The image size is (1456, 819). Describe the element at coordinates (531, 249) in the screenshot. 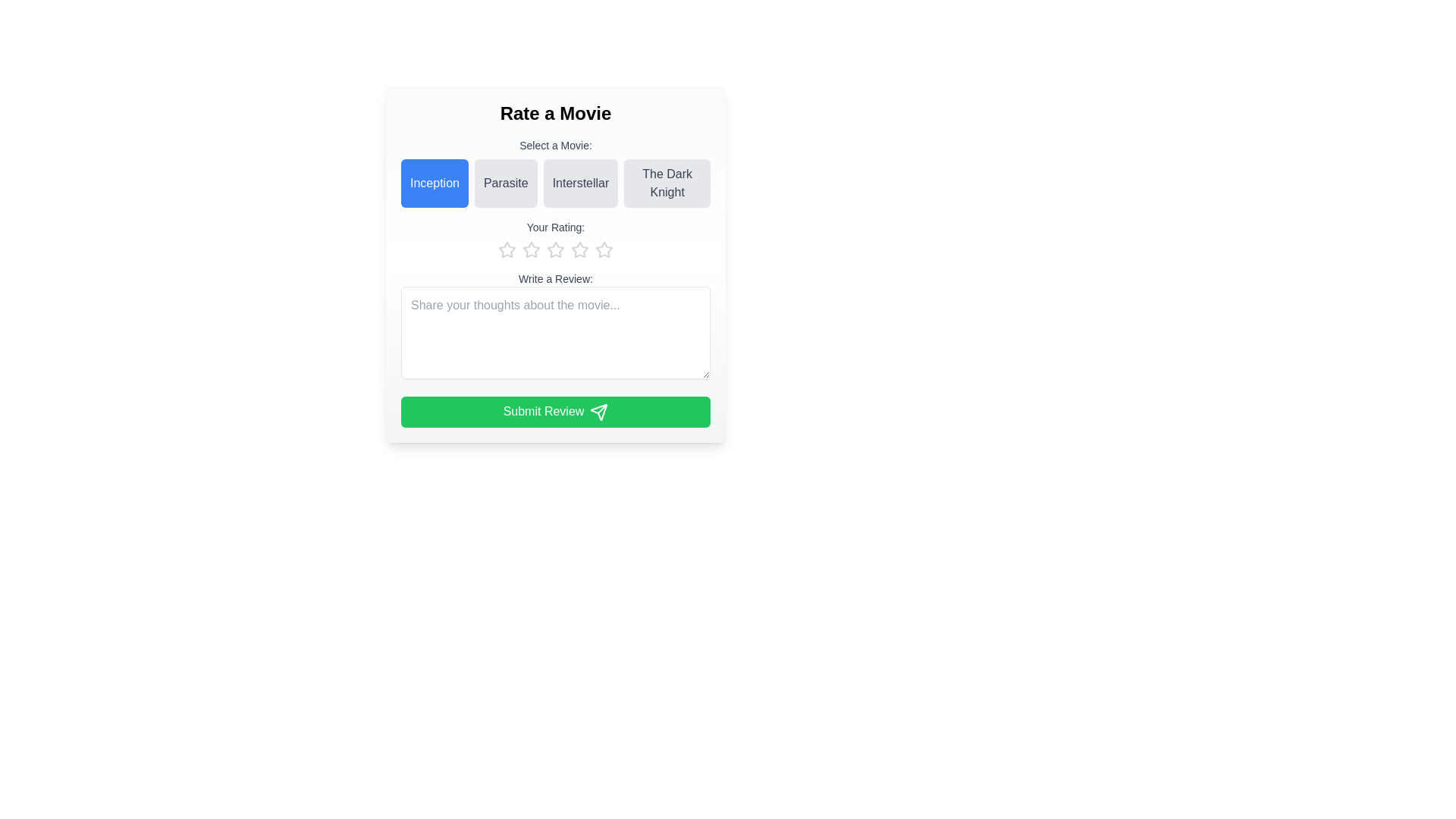

I see `the second star icon in the five-star rating system` at that location.